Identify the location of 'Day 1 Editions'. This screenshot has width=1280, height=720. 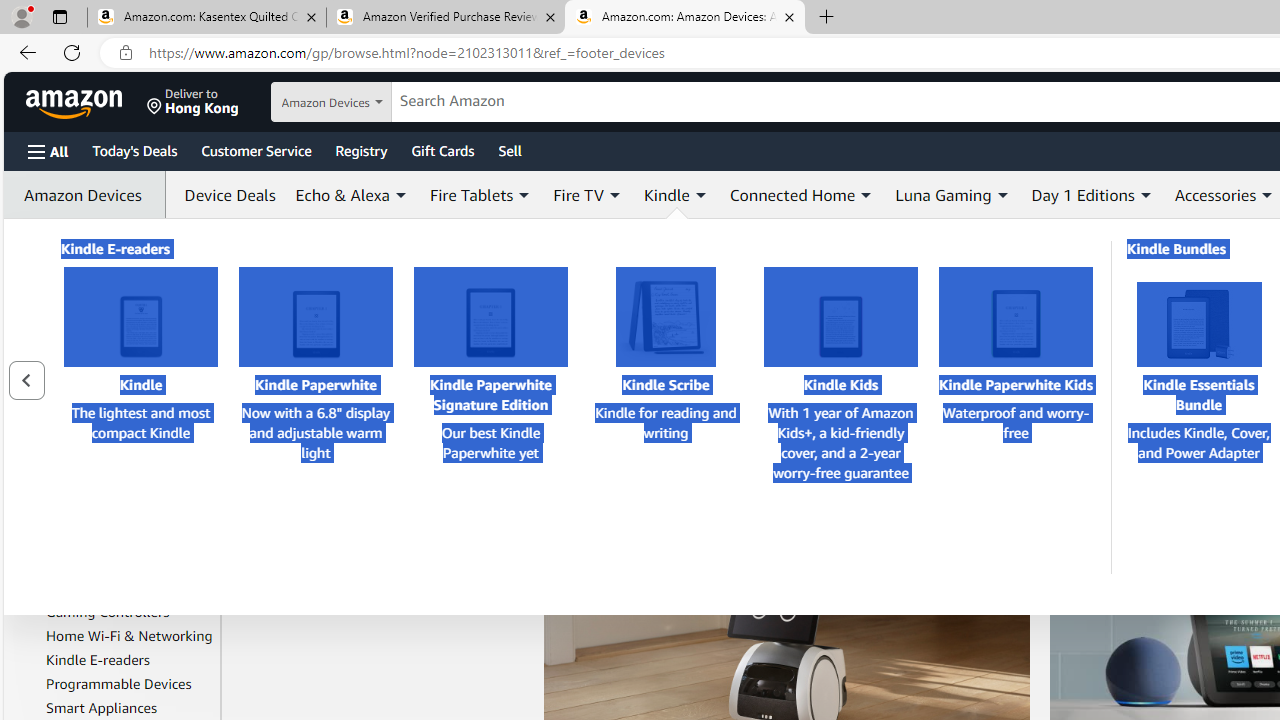
(1092, 195).